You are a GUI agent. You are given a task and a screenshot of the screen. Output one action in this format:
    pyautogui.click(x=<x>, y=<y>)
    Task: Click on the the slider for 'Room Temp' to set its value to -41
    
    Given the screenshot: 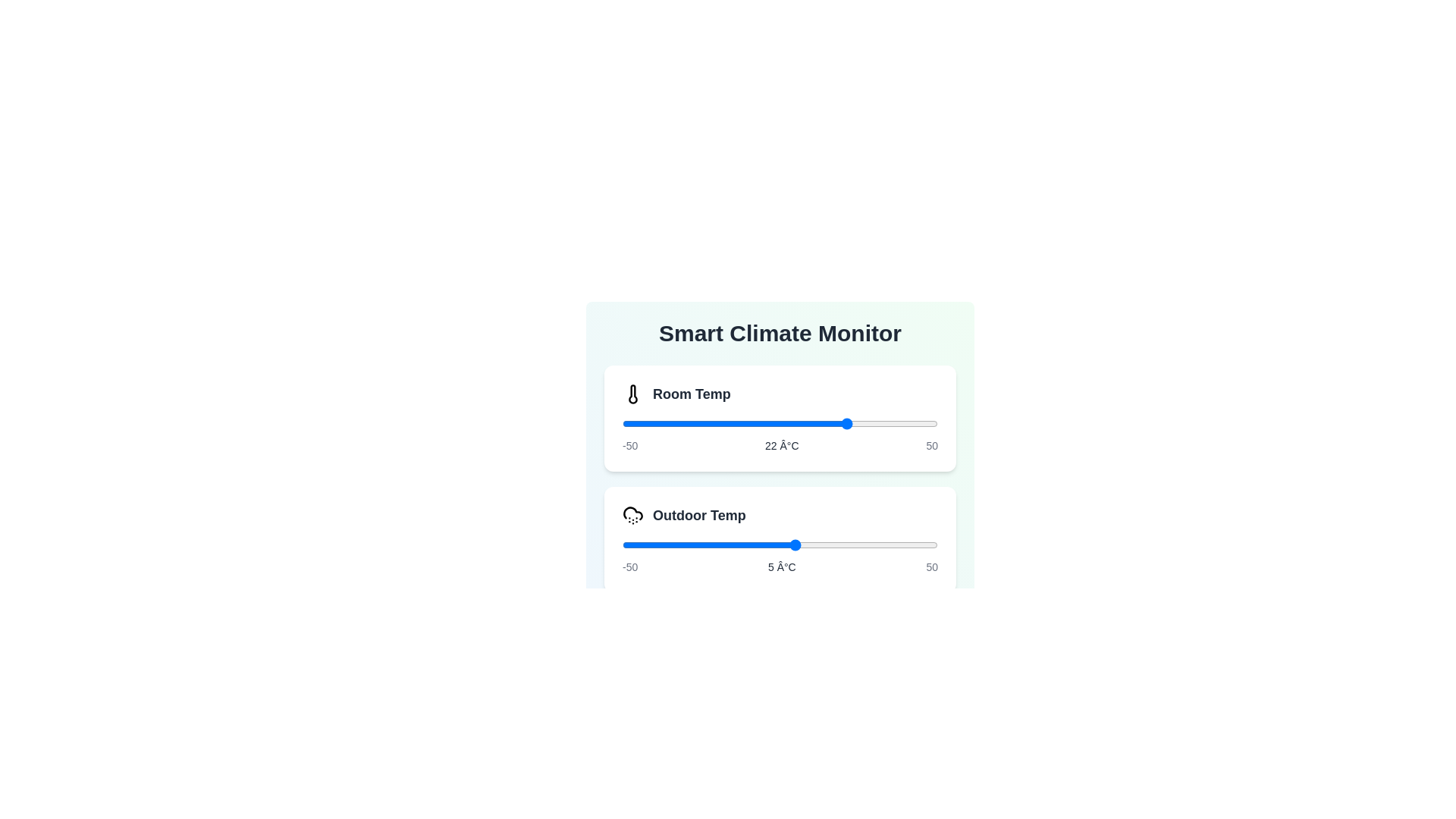 What is the action you would take?
    pyautogui.click(x=651, y=424)
    